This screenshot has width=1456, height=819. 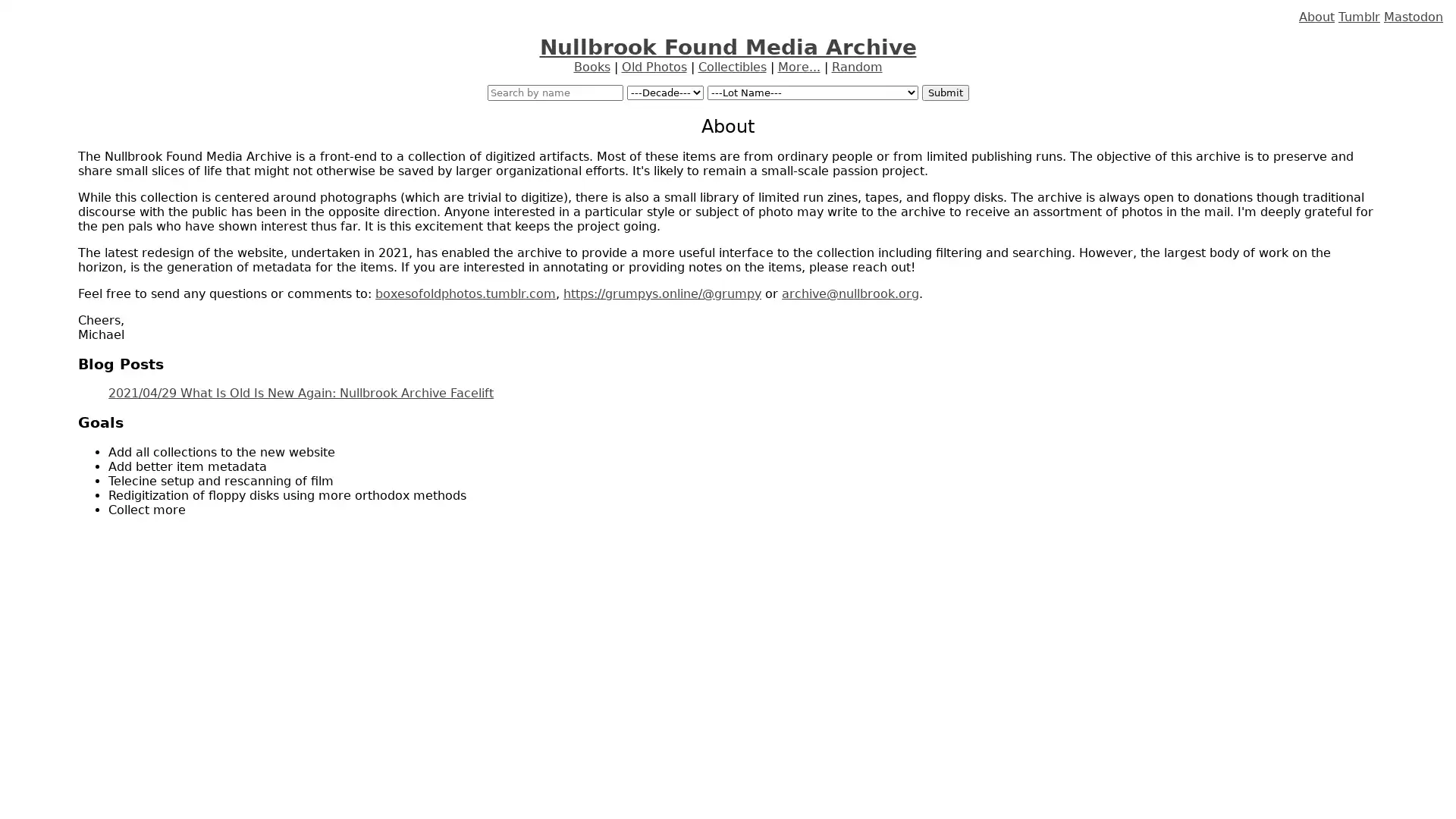 What do you see at coordinates (944, 93) in the screenshot?
I see `Submit` at bounding box center [944, 93].